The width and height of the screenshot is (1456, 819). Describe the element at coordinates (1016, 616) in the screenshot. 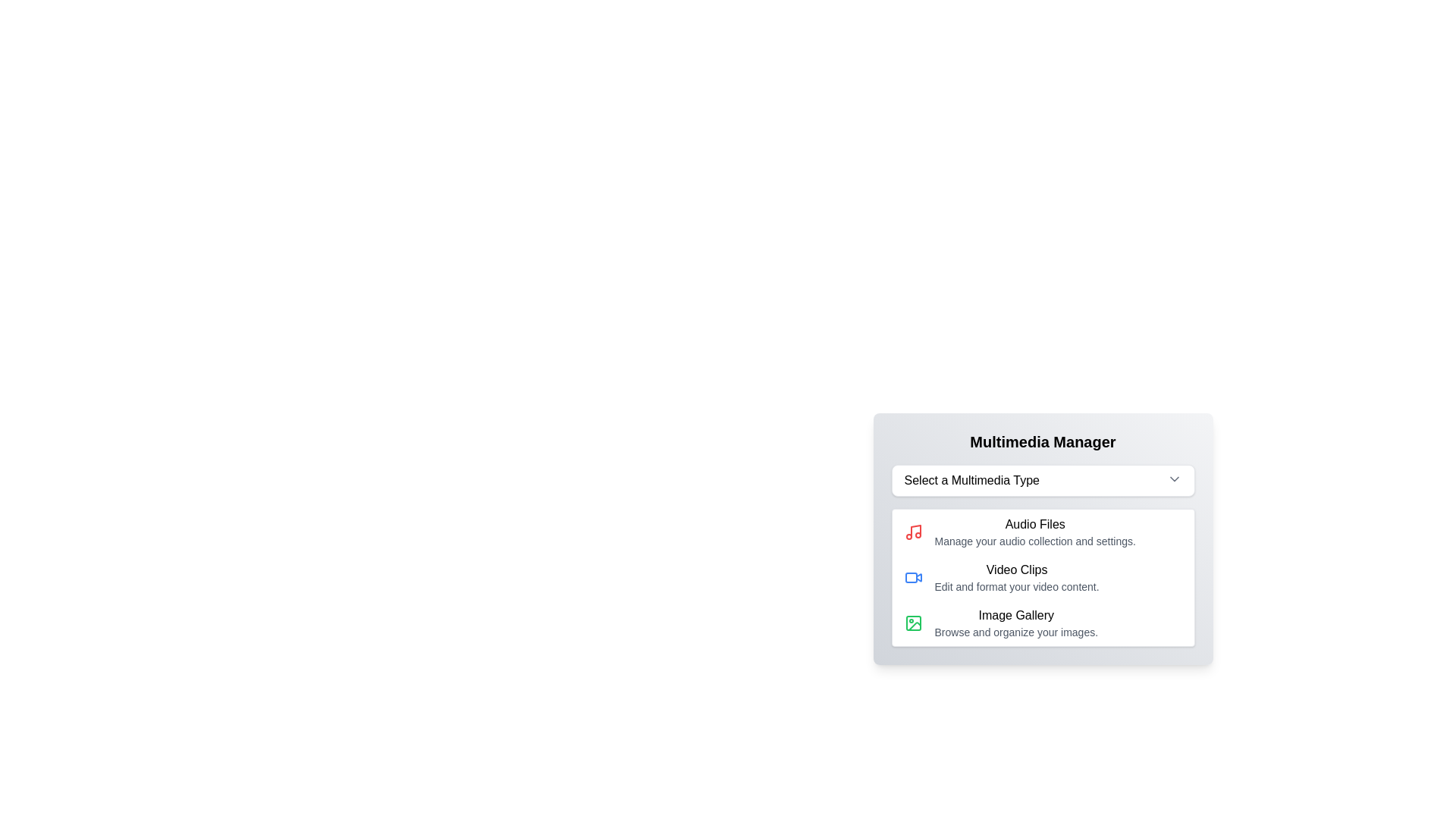

I see `the 'Image Gallery' text label, which is styled in a slightly bold font and positioned at the bottom of a card-like section under the 'Multimedia Manager'` at that location.